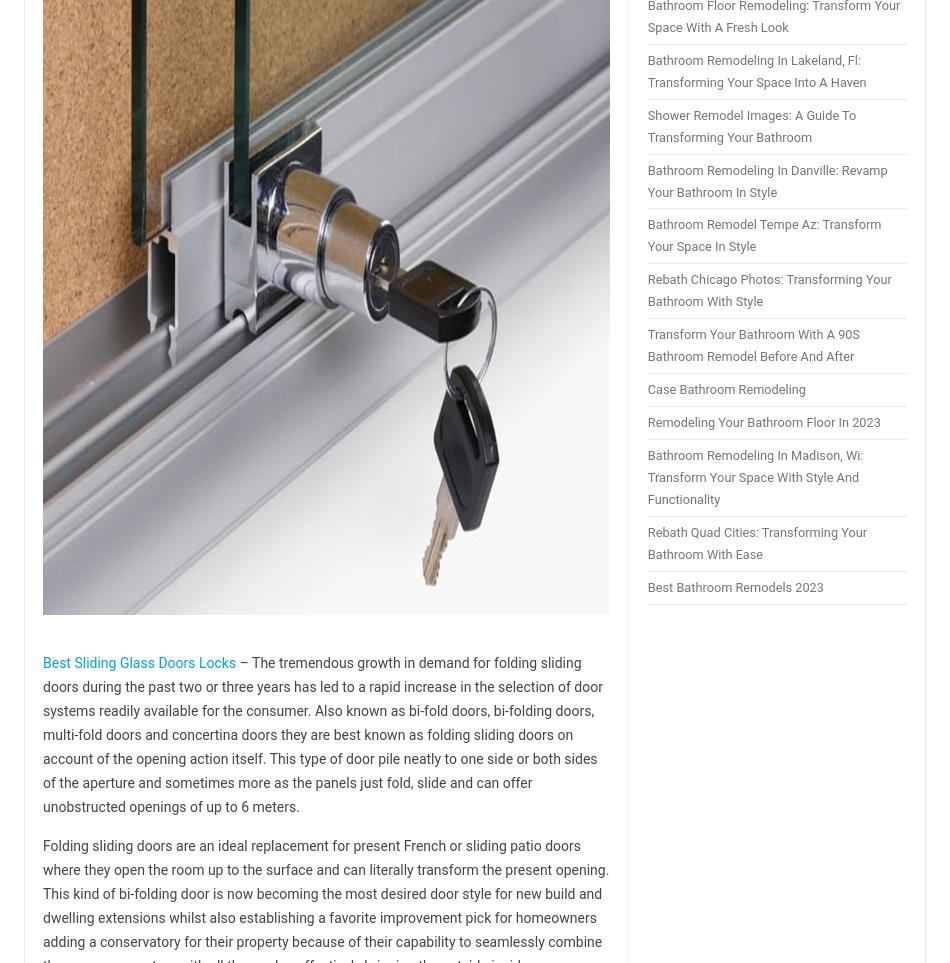 The height and width of the screenshot is (963, 950). I want to click on 'Bathroom Remodeling In Lakeland, Fl: Transforming Your Space Into A Haven', so click(755, 70).